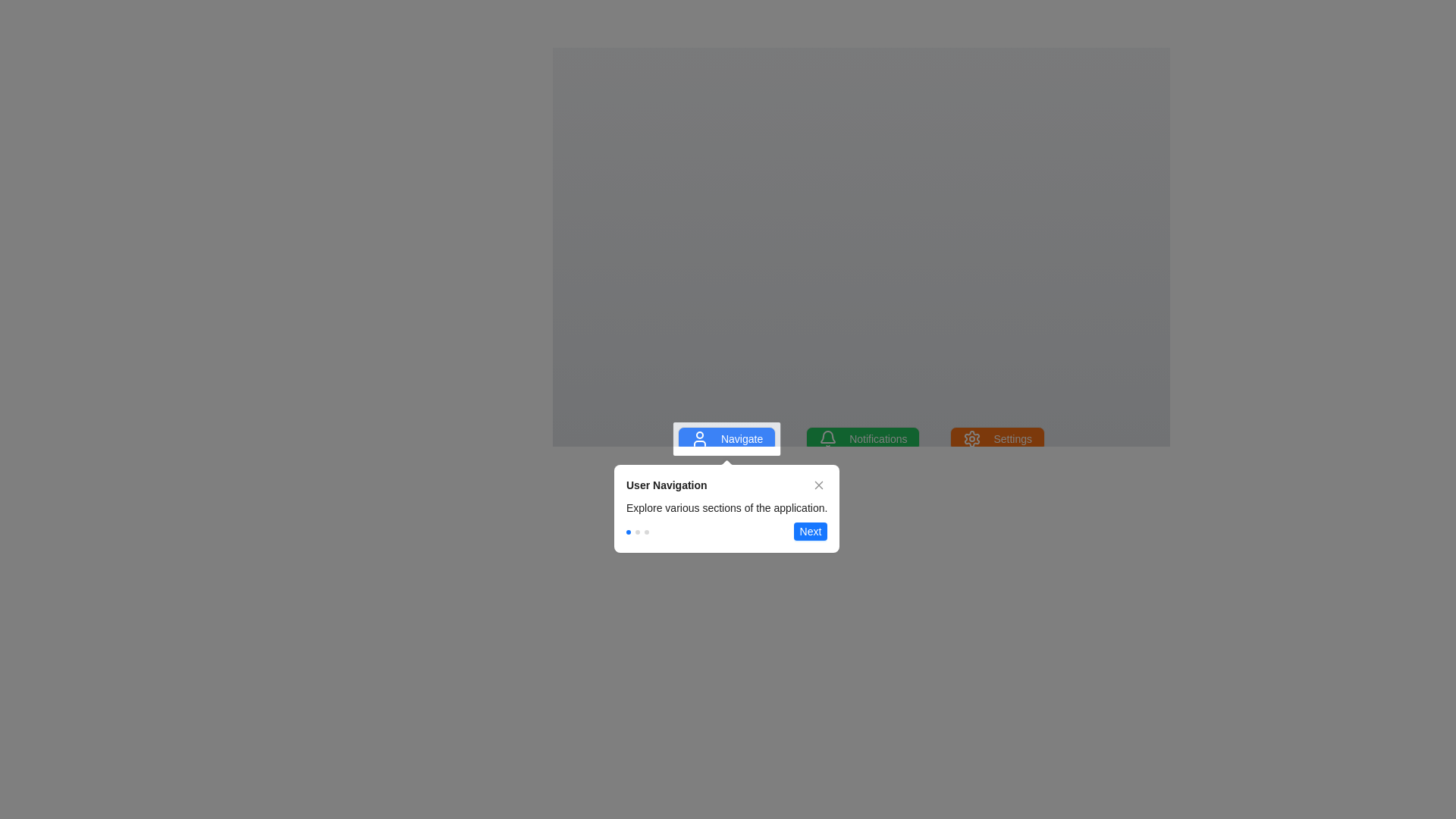 This screenshot has height=819, width=1456. I want to click on the notifications button located between the 'Navigate' button and the 'Settings' button at the bottom center of the interface, so click(878, 438).